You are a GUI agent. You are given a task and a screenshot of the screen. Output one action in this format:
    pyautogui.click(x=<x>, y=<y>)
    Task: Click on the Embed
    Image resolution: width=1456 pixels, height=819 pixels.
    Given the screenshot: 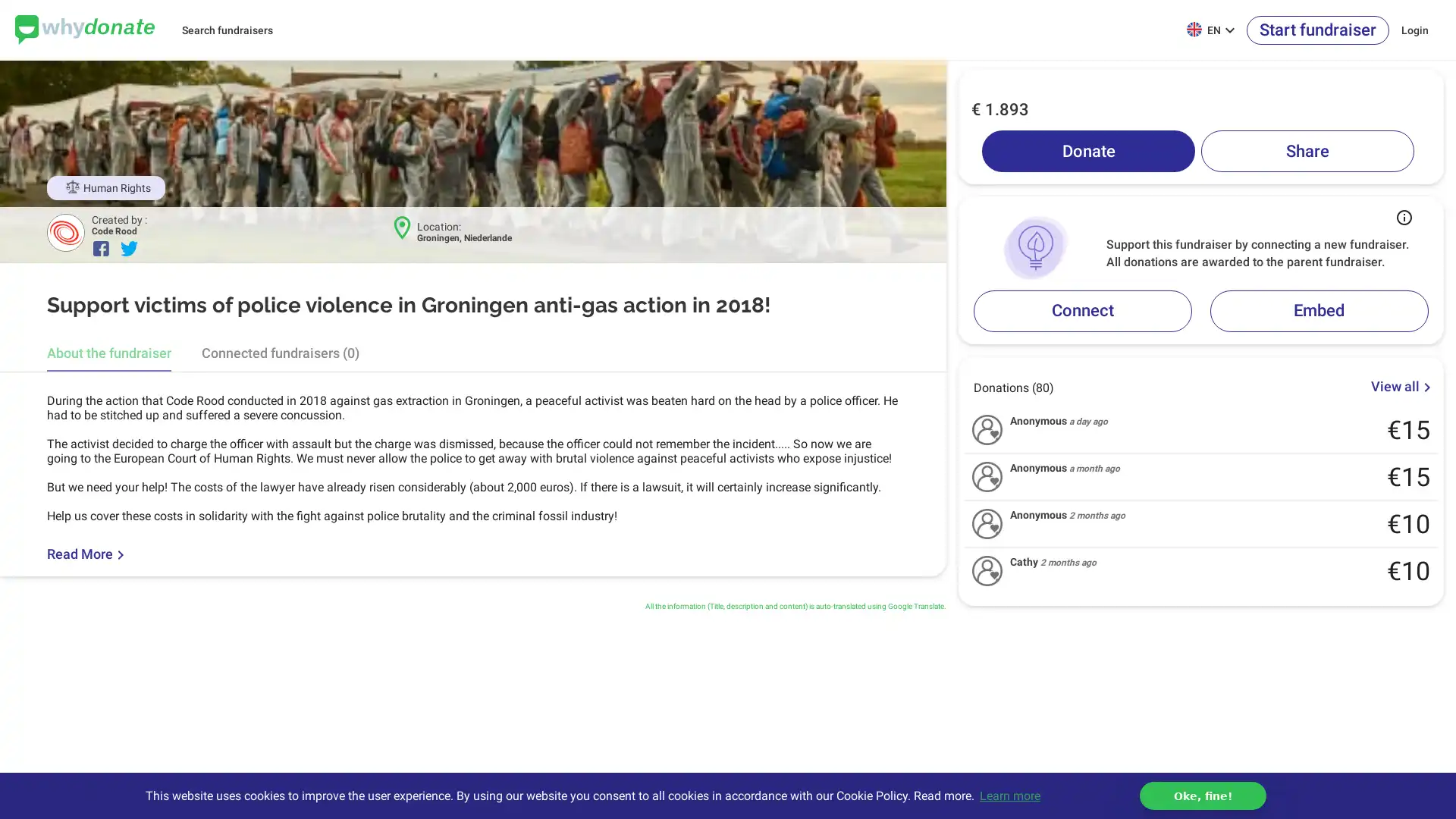 What is the action you would take?
    pyautogui.click(x=1317, y=309)
    